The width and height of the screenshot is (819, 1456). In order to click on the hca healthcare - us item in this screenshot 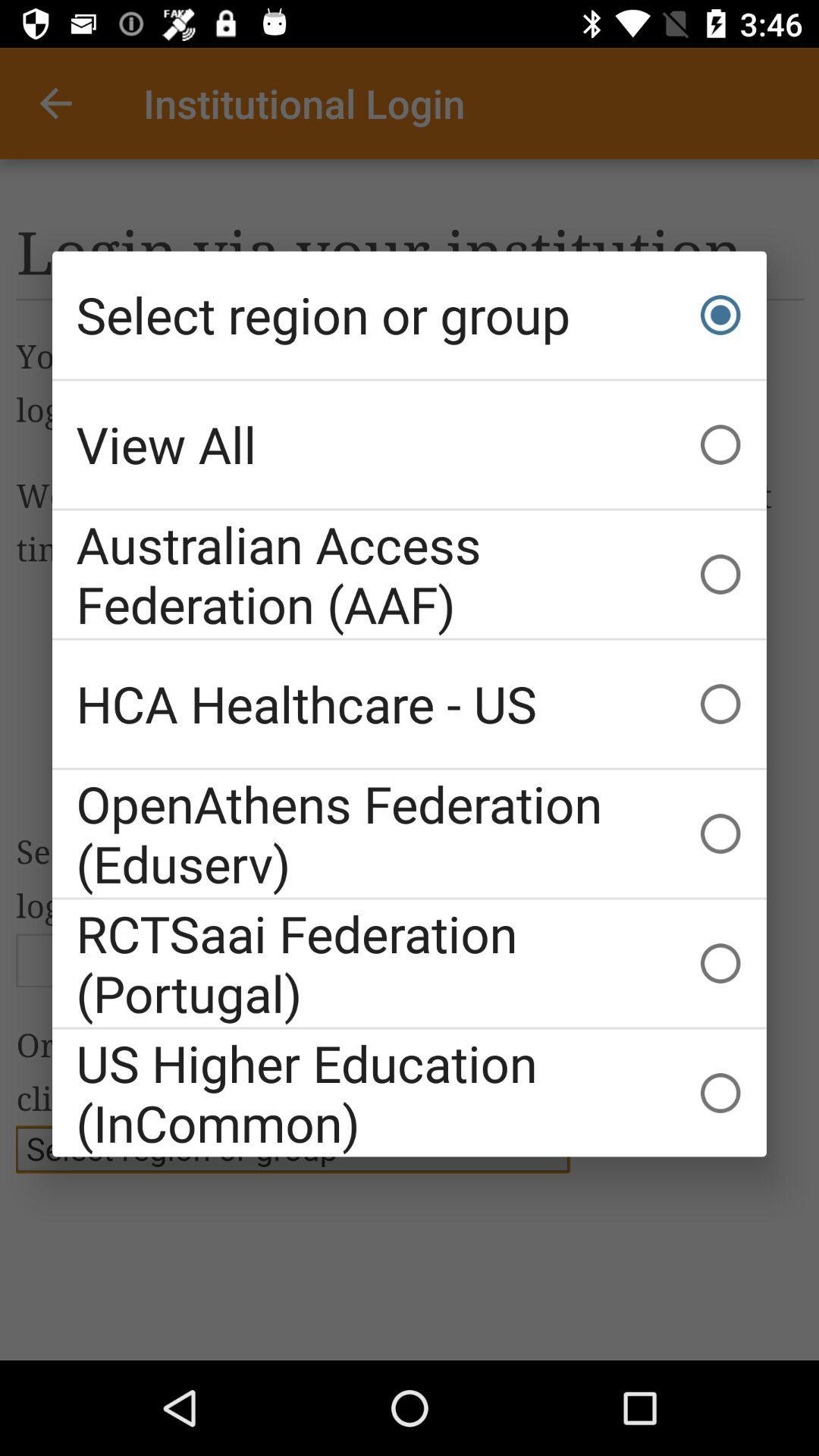, I will do `click(409, 703)`.